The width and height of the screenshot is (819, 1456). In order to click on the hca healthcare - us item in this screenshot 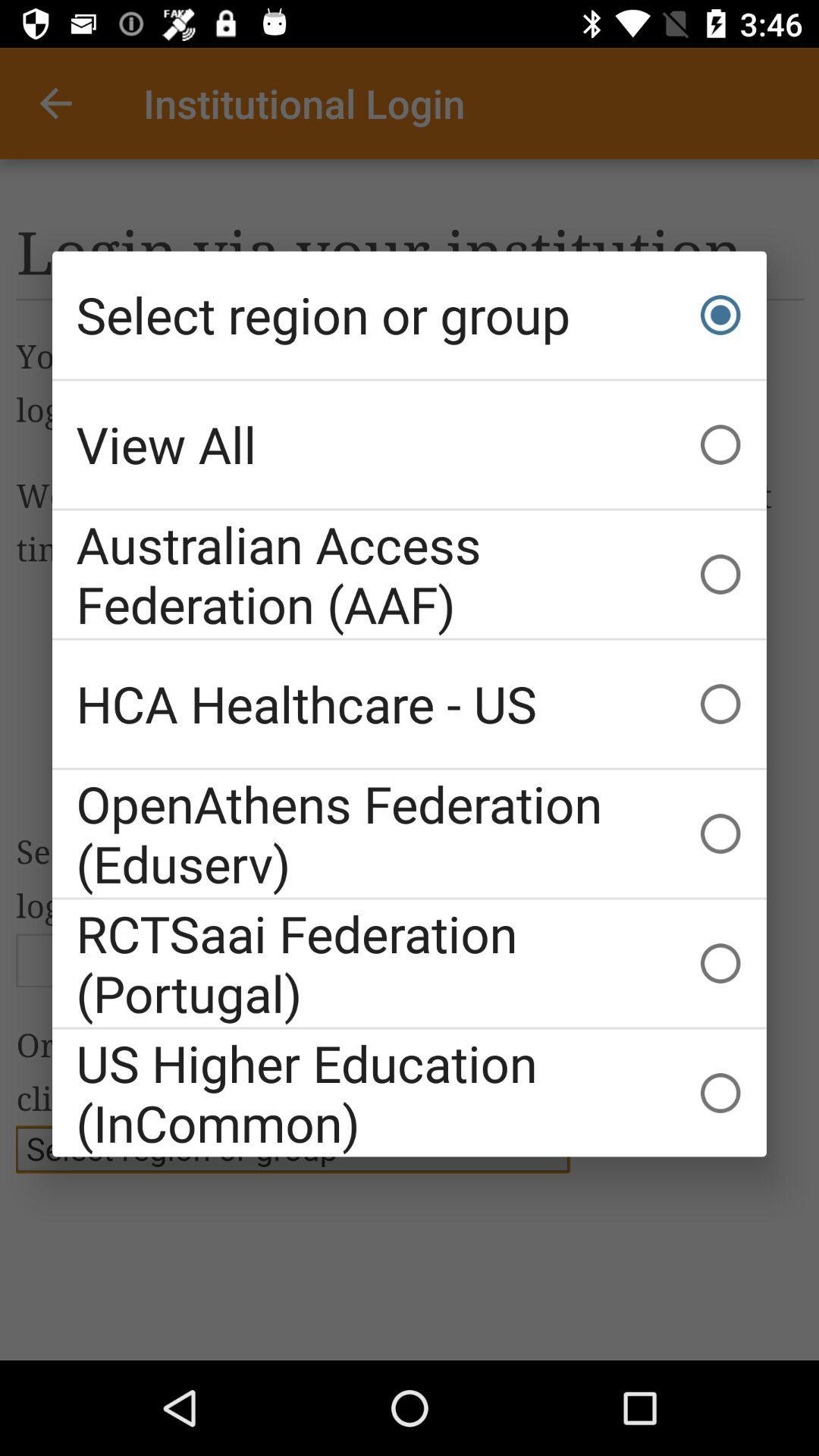, I will do `click(409, 703)`.